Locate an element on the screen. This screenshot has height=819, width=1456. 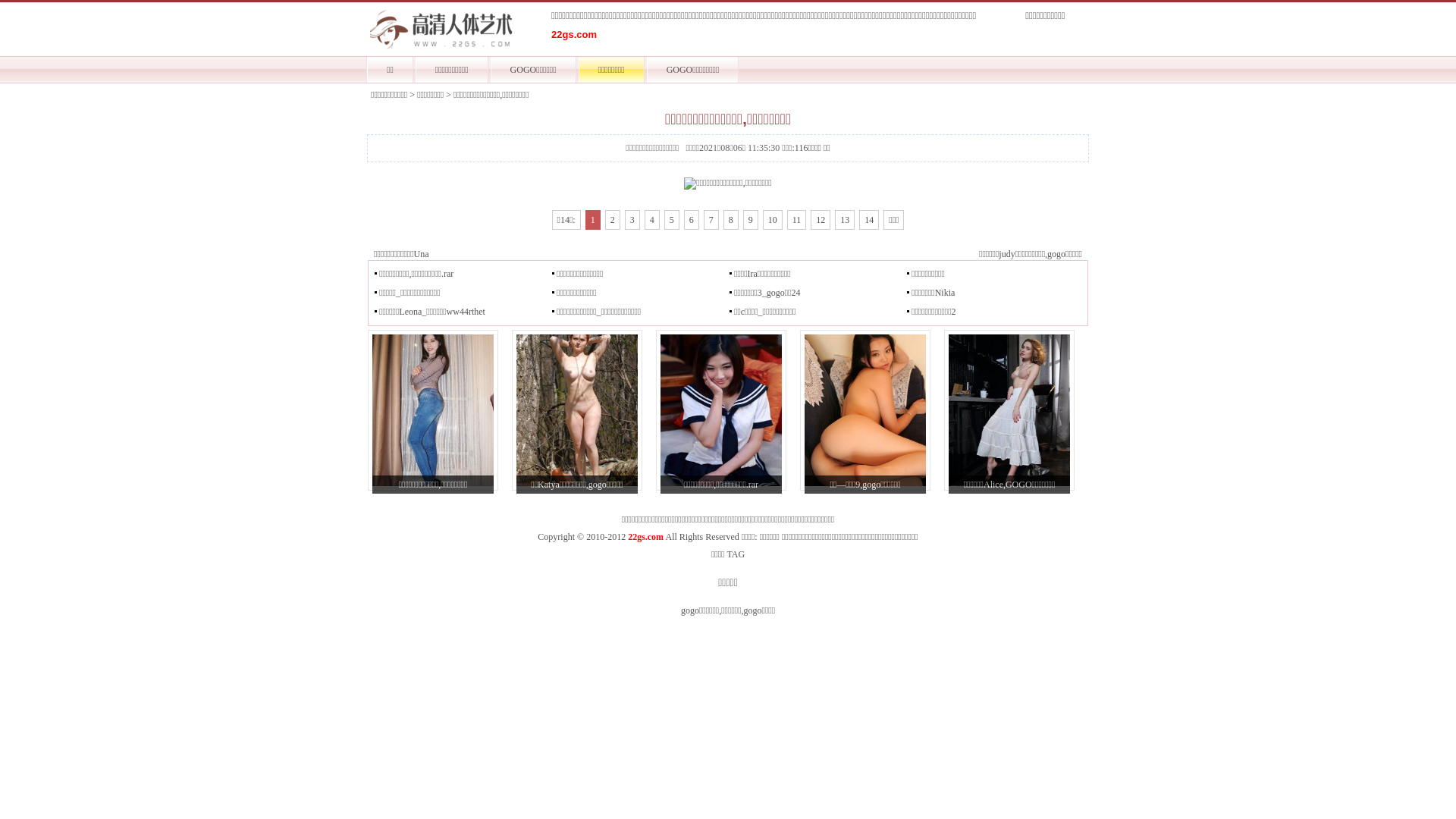
'5' is located at coordinates (671, 219).